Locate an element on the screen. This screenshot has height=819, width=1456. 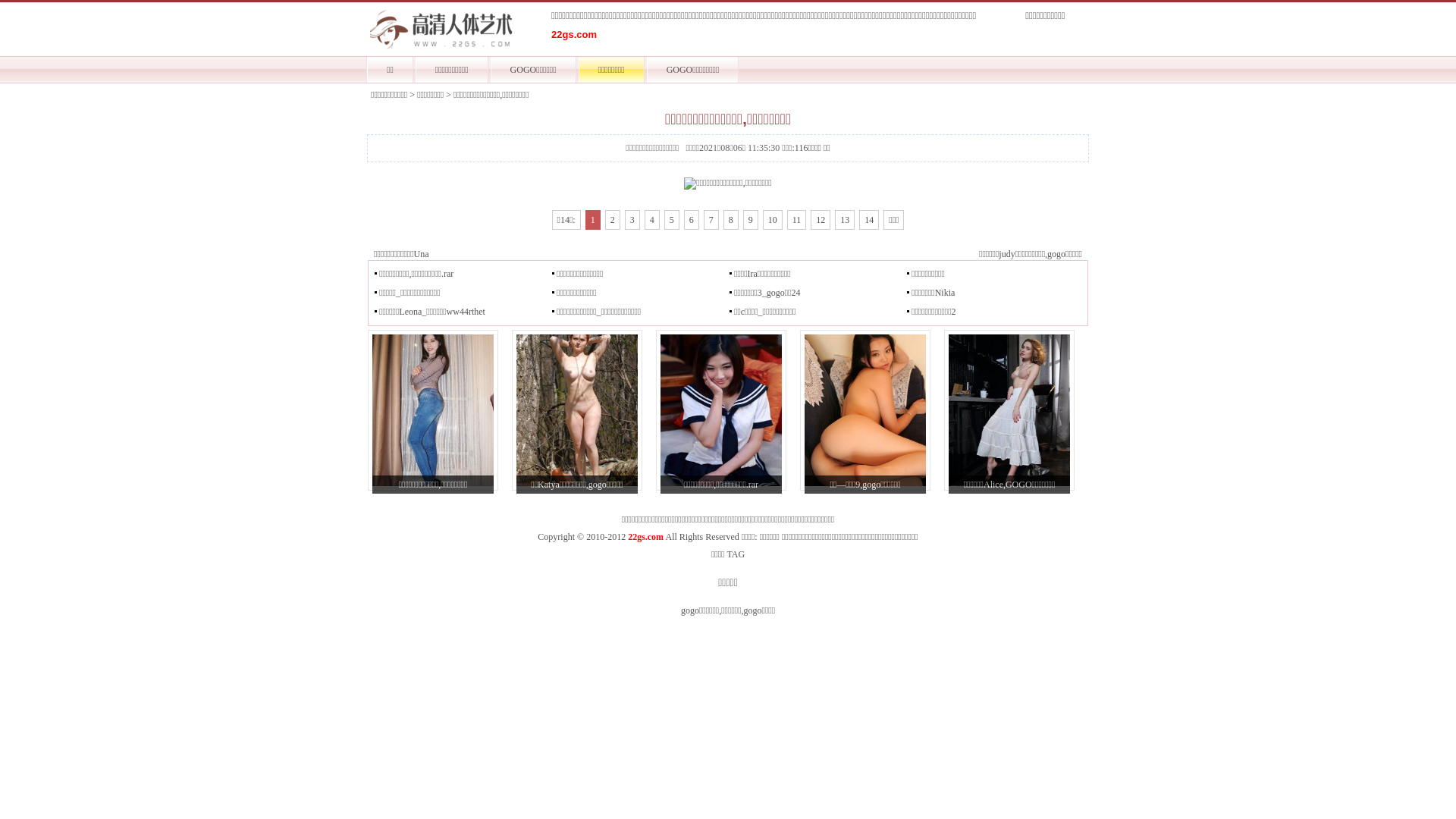
'5' is located at coordinates (671, 219).